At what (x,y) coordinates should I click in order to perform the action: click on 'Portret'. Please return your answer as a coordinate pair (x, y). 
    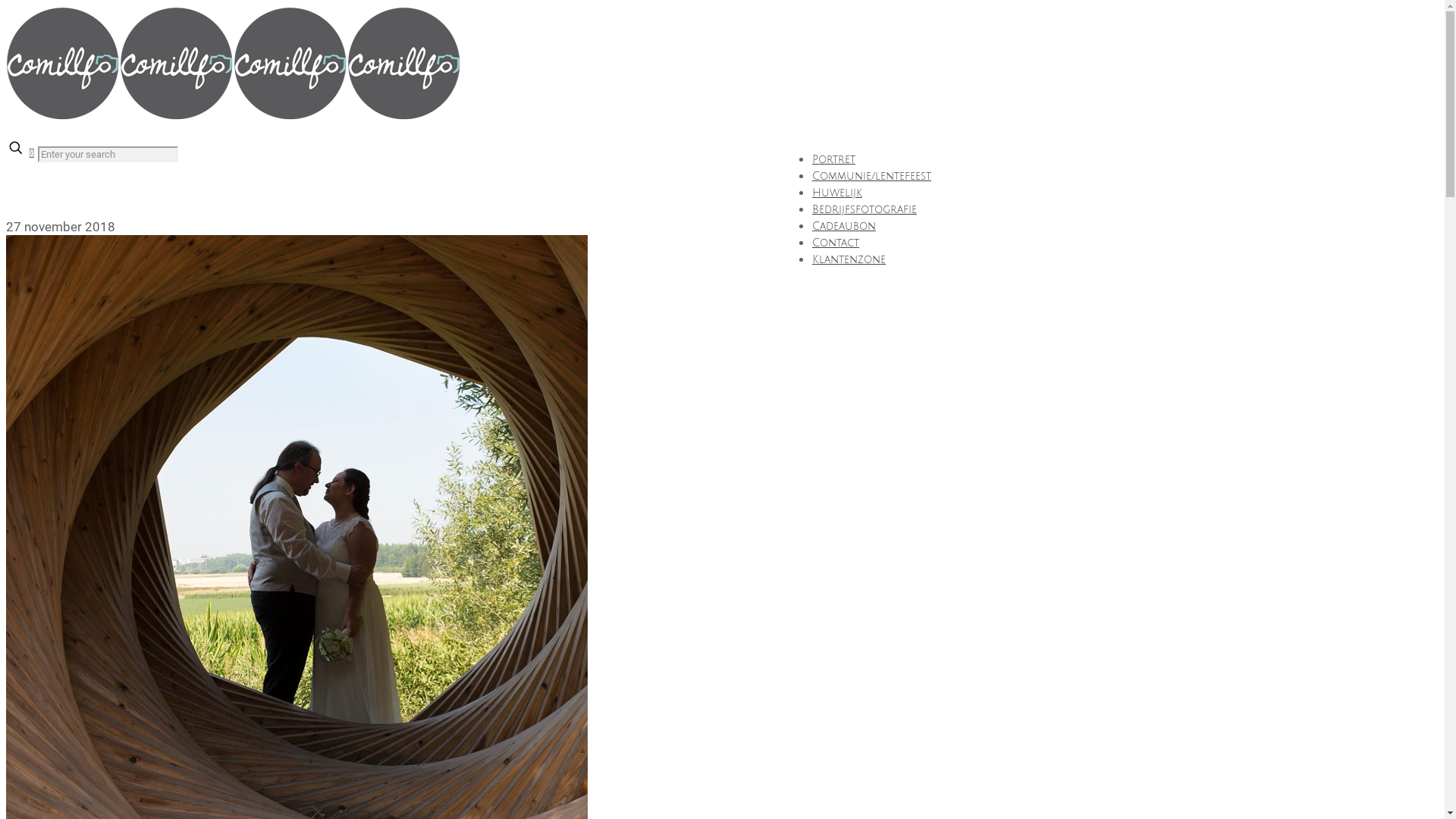
    Looking at the image, I should click on (833, 159).